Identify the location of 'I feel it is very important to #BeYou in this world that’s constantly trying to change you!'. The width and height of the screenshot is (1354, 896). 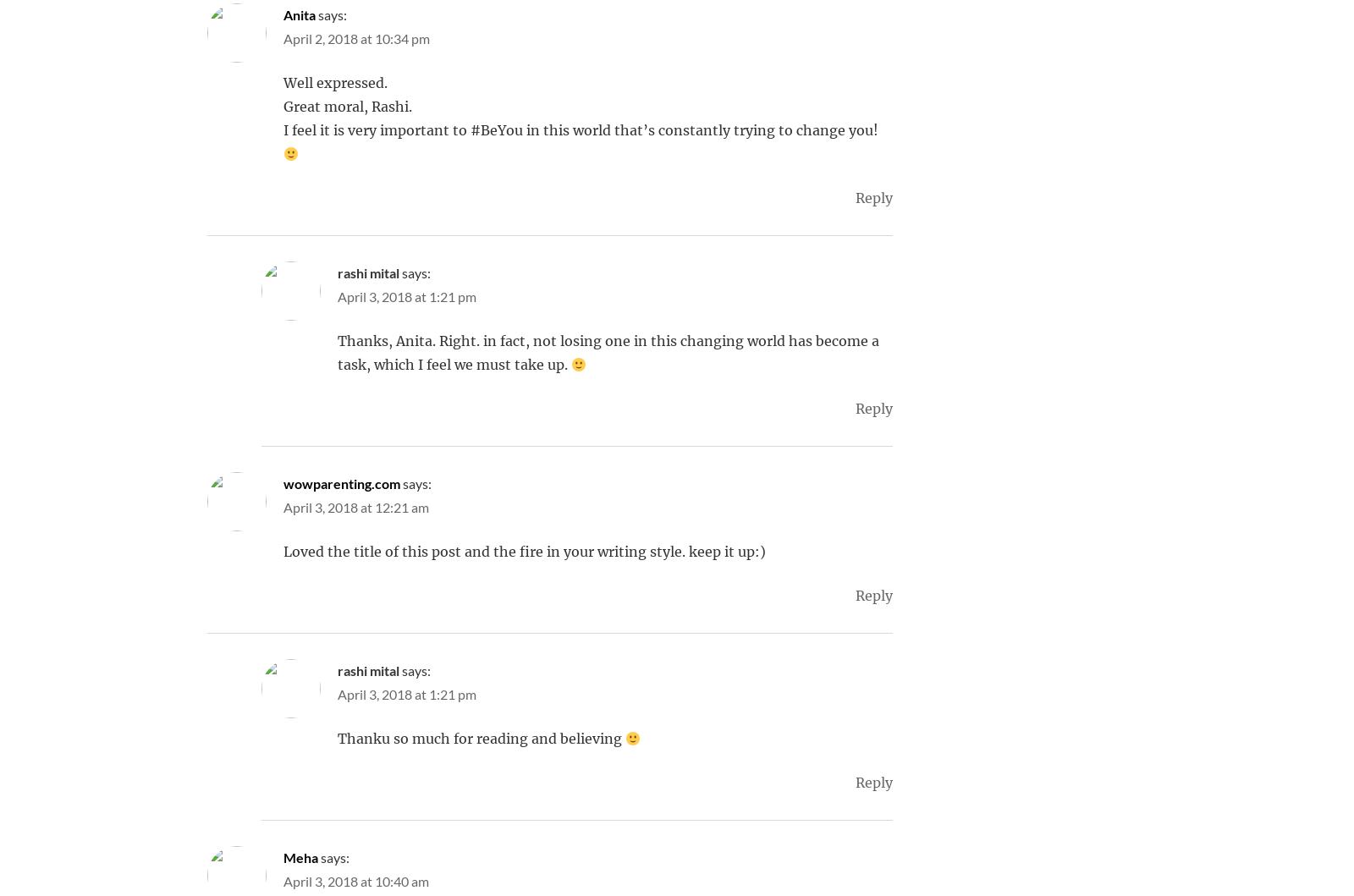
(581, 129).